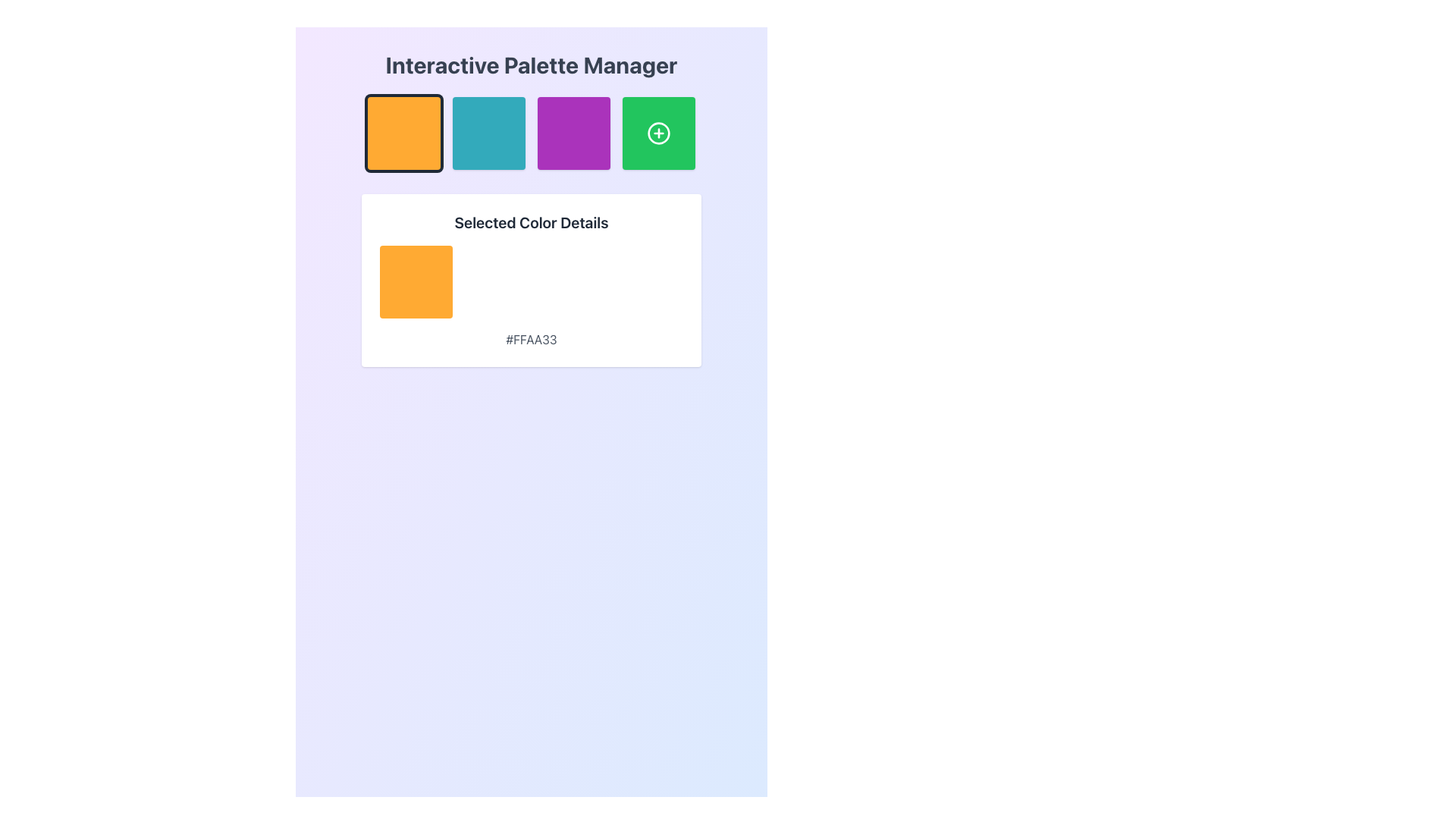 The width and height of the screenshot is (1456, 819). Describe the element at coordinates (658, 133) in the screenshot. I see `the central circular shape in the rightmost green square located at the top row of the layout` at that location.